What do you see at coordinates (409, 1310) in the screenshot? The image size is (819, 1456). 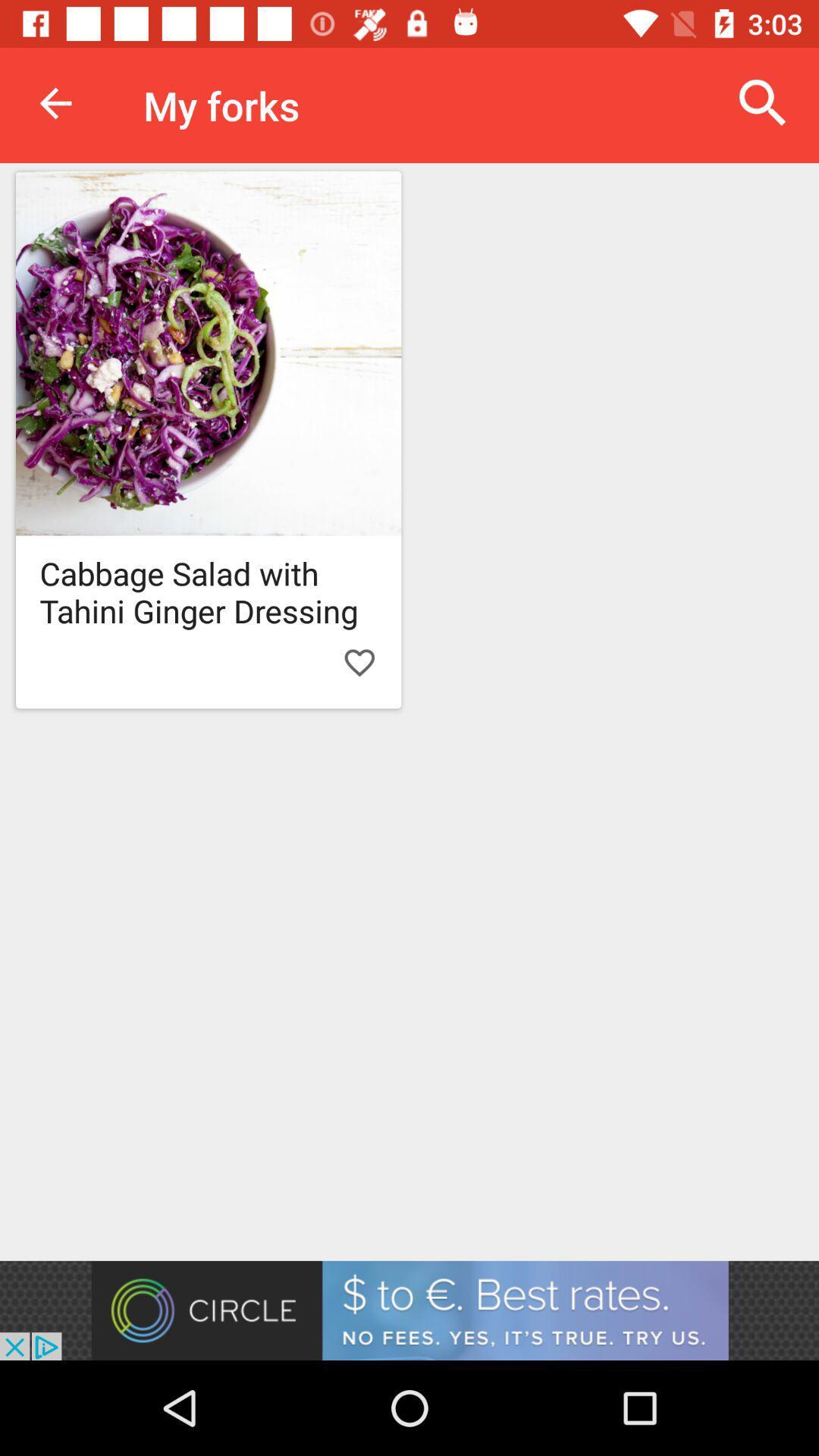 I see `adverts` at bounding box center [409, 1310].